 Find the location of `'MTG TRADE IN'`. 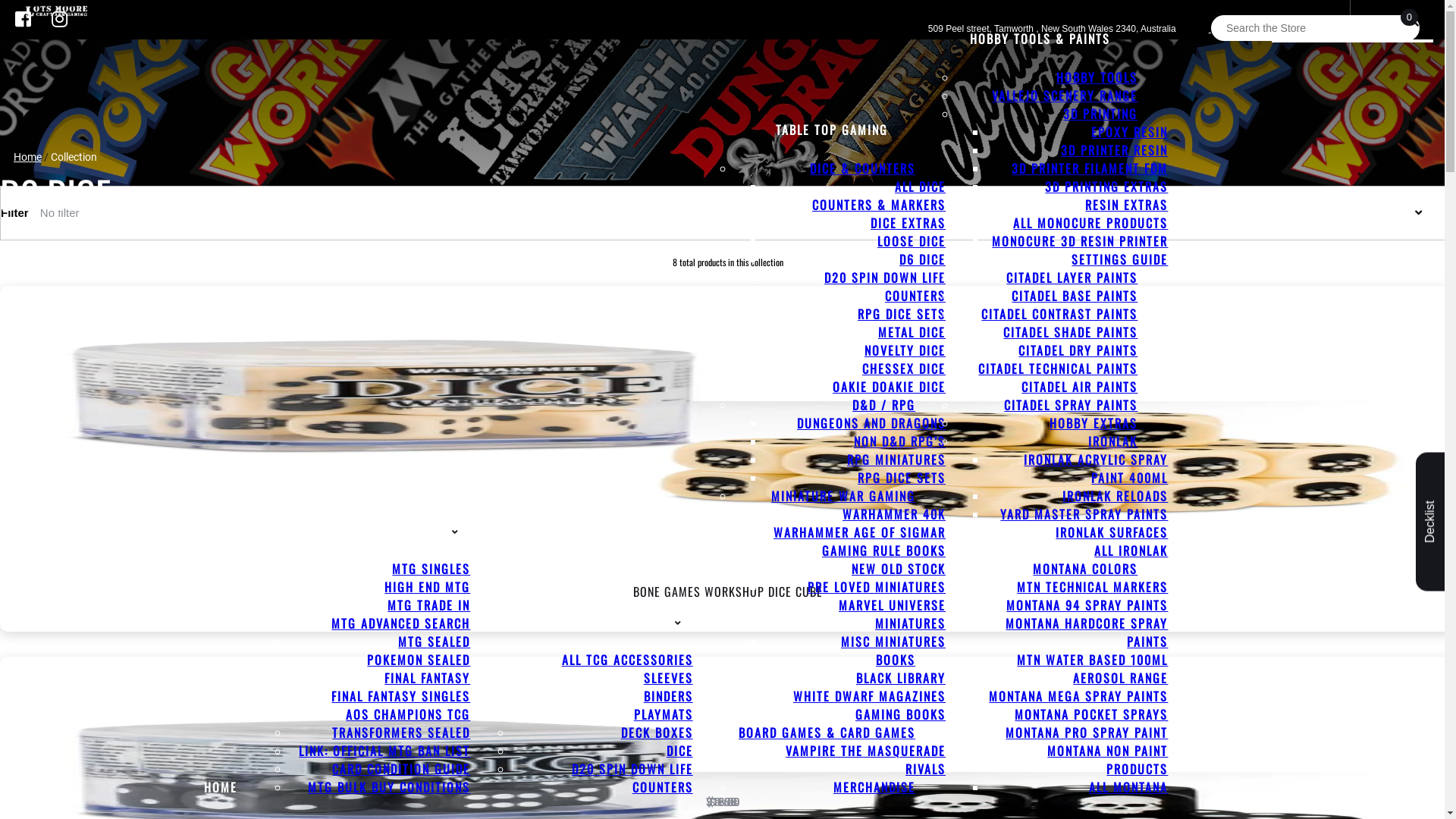

'MTG TRADE IN' is located at coordinates (428, 604).